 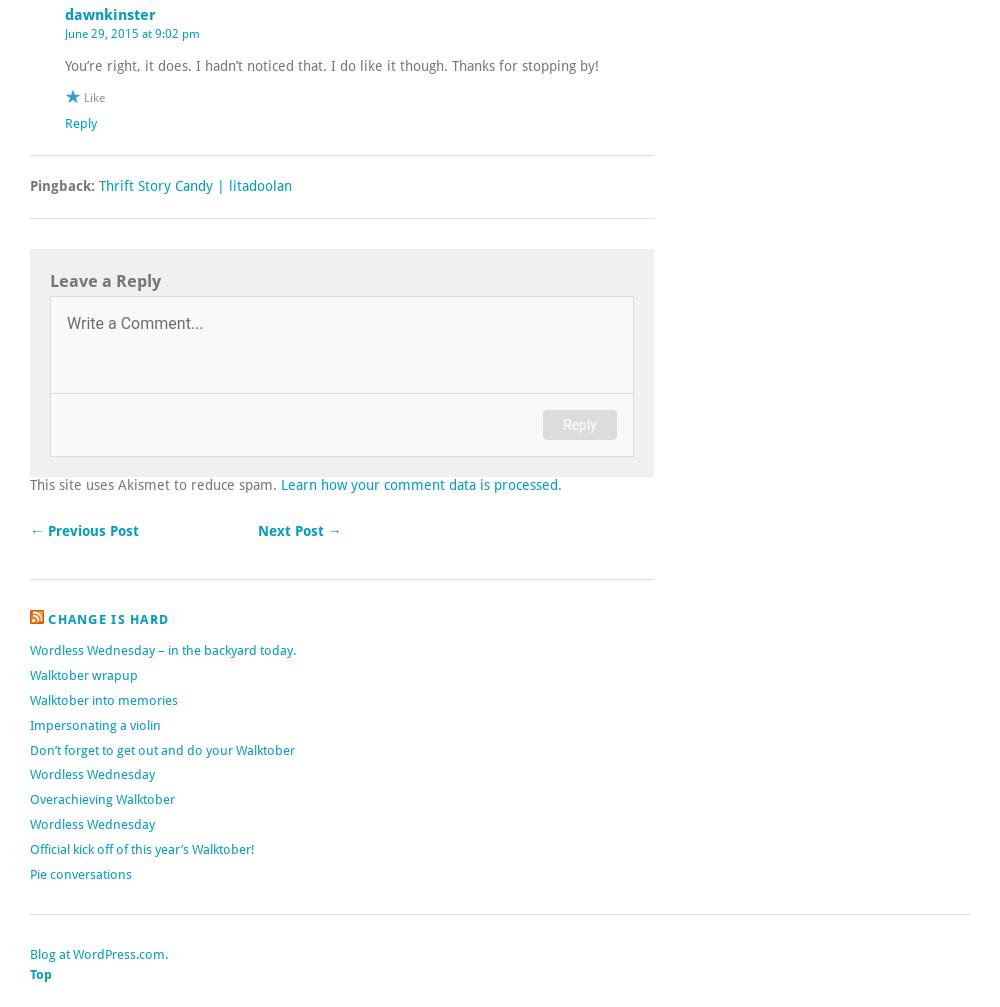 I want to click on 'Pingback:', so click(x=63, y=184).